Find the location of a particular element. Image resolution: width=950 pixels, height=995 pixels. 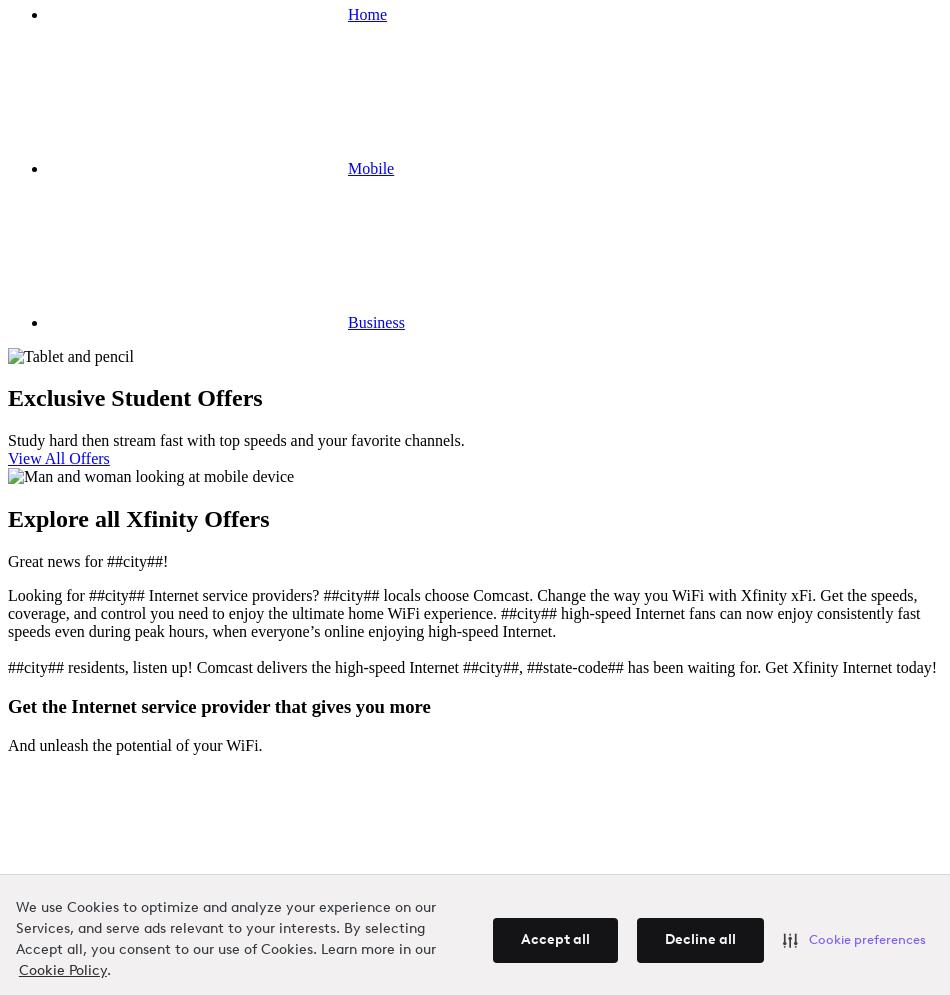

'Exclusive Student Offers' is located at coordinates (134, 398).